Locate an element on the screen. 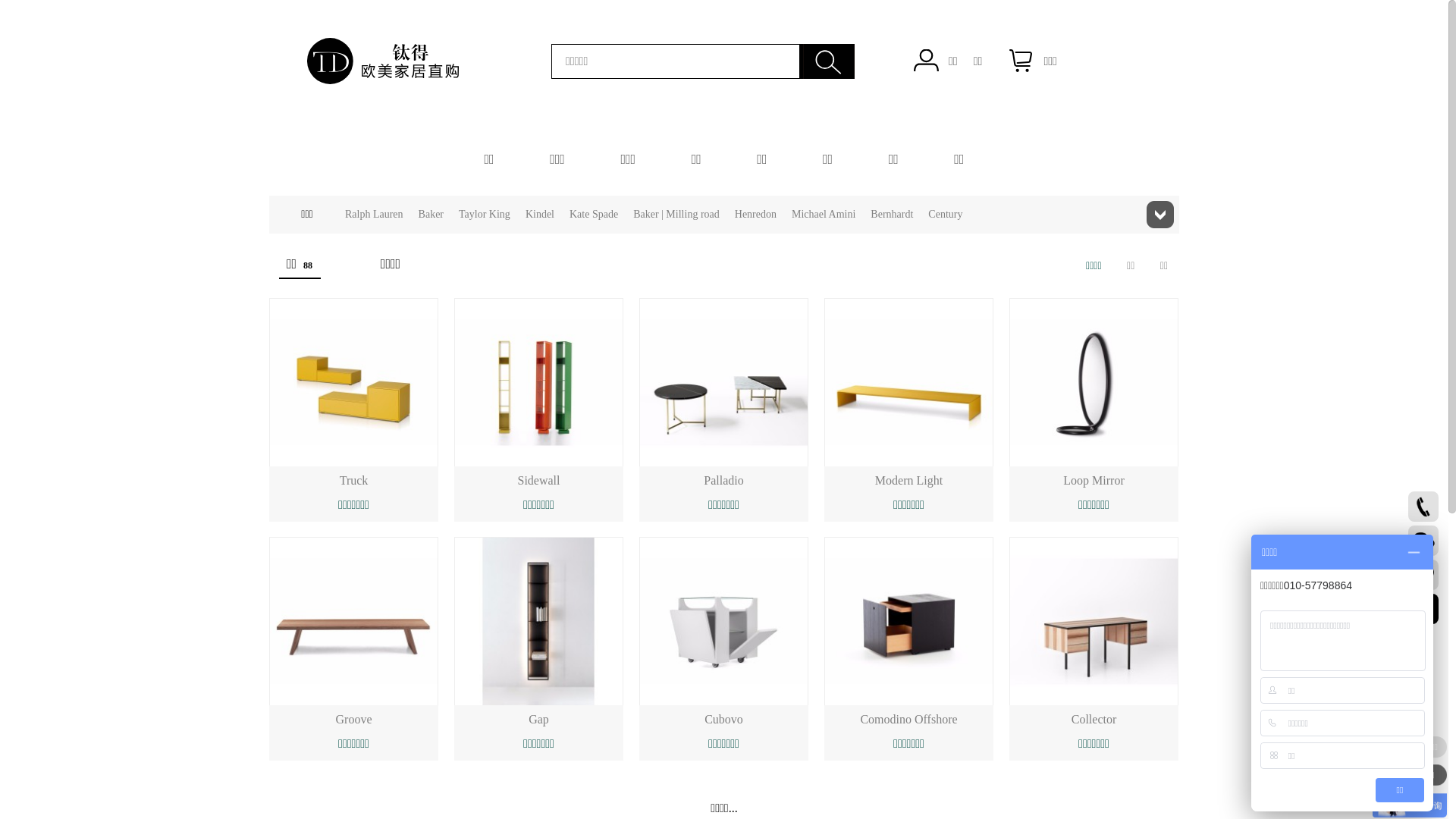 This screenshot has width=1456, height=819. 'Century' is located at coordinates (944, 214).